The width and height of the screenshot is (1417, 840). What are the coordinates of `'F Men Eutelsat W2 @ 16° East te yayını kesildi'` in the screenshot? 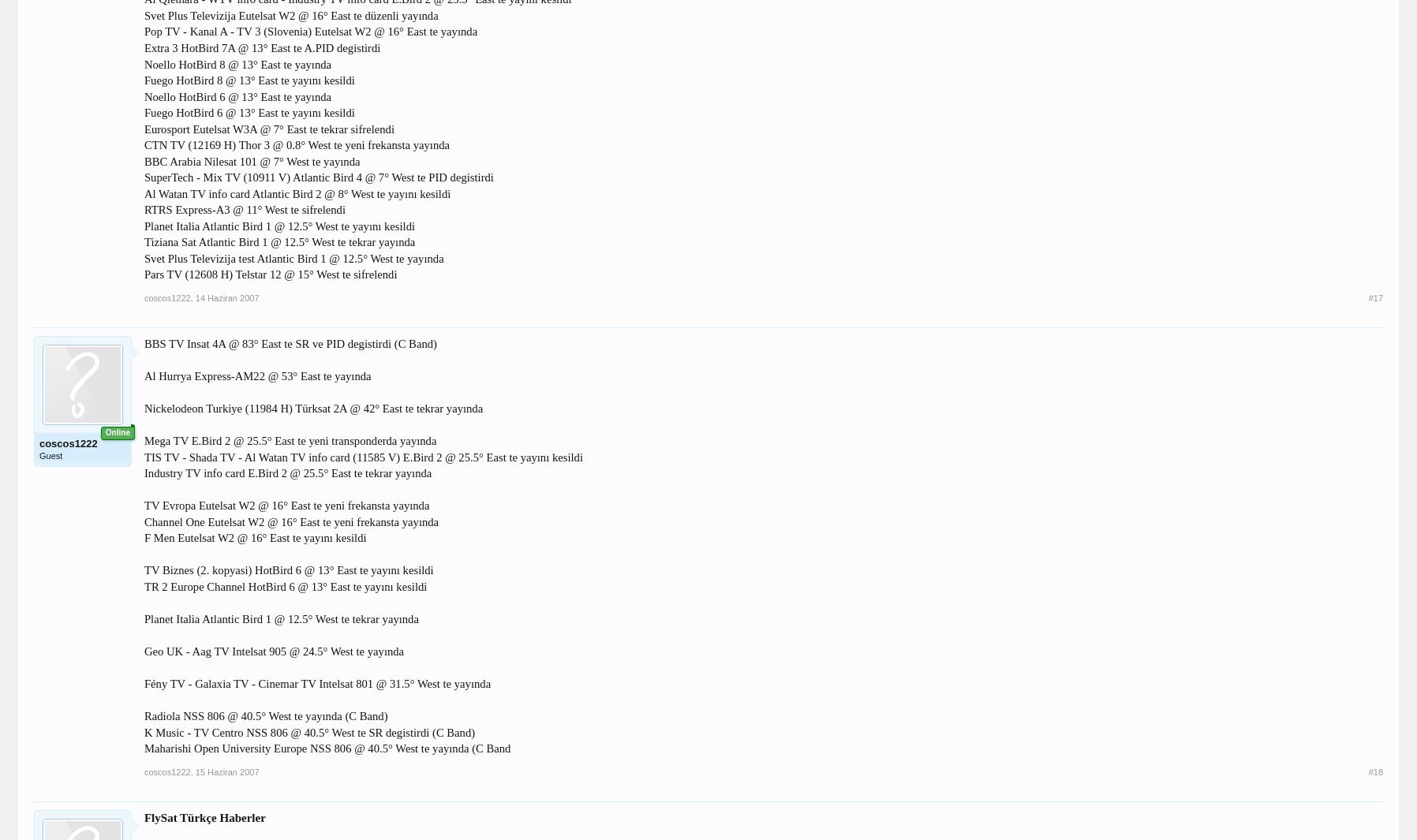 It's located at (254, 538).